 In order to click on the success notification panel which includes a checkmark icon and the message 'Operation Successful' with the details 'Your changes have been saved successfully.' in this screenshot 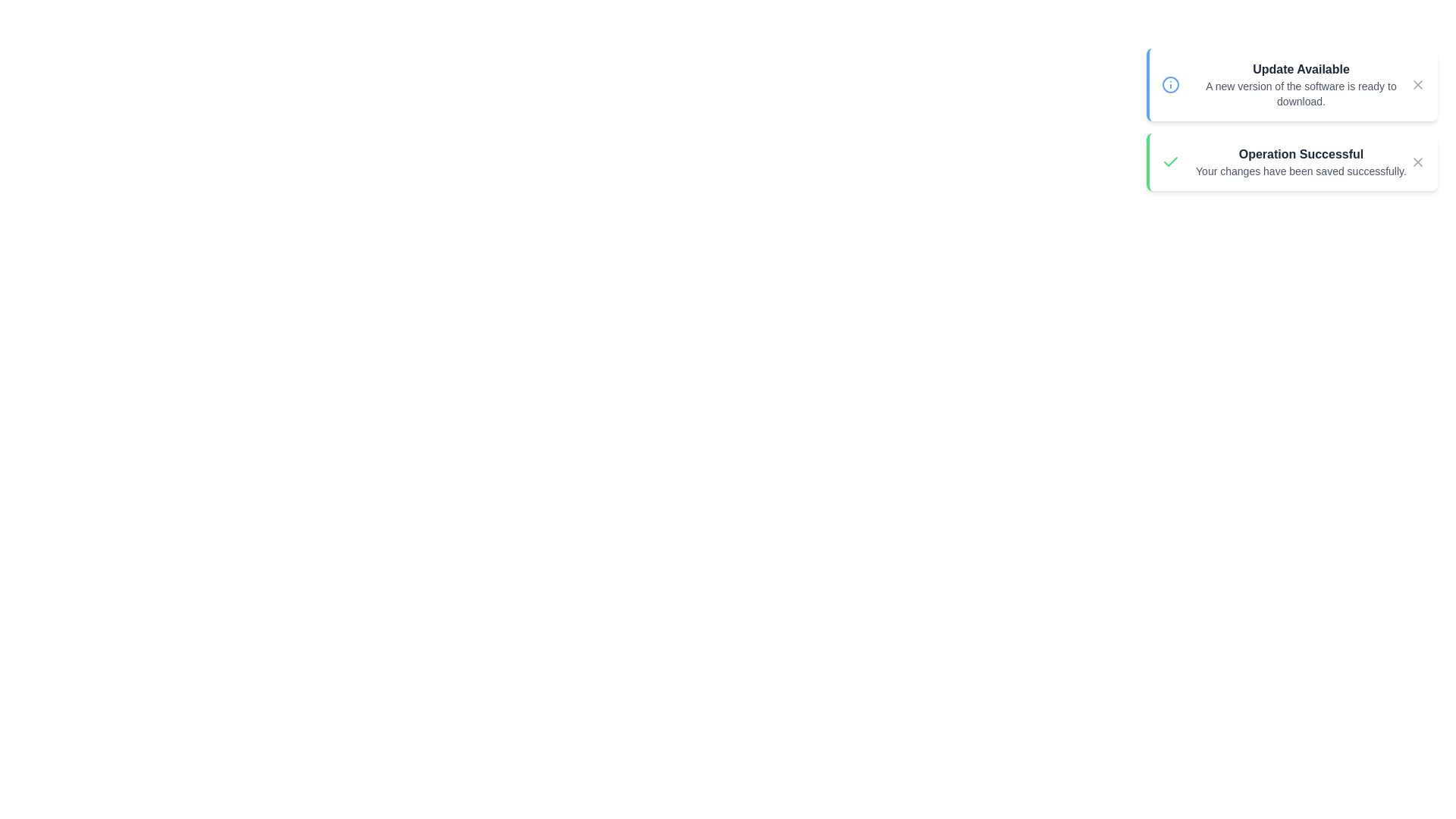, I will do `click(1291, 162)`.